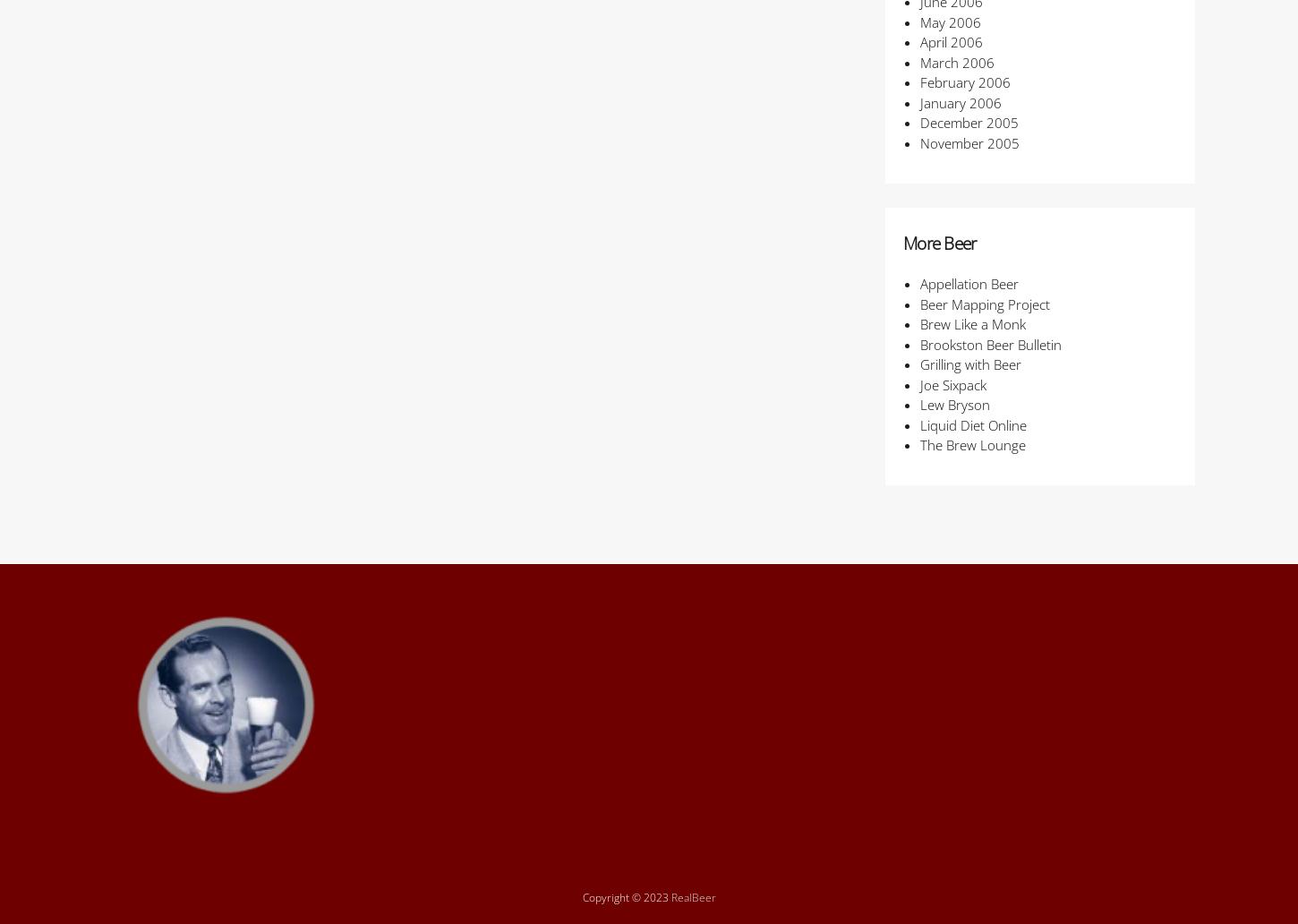  Describe the element at coordinates (964, 81) in the screenshot. I see `'February 2006'` at that location.